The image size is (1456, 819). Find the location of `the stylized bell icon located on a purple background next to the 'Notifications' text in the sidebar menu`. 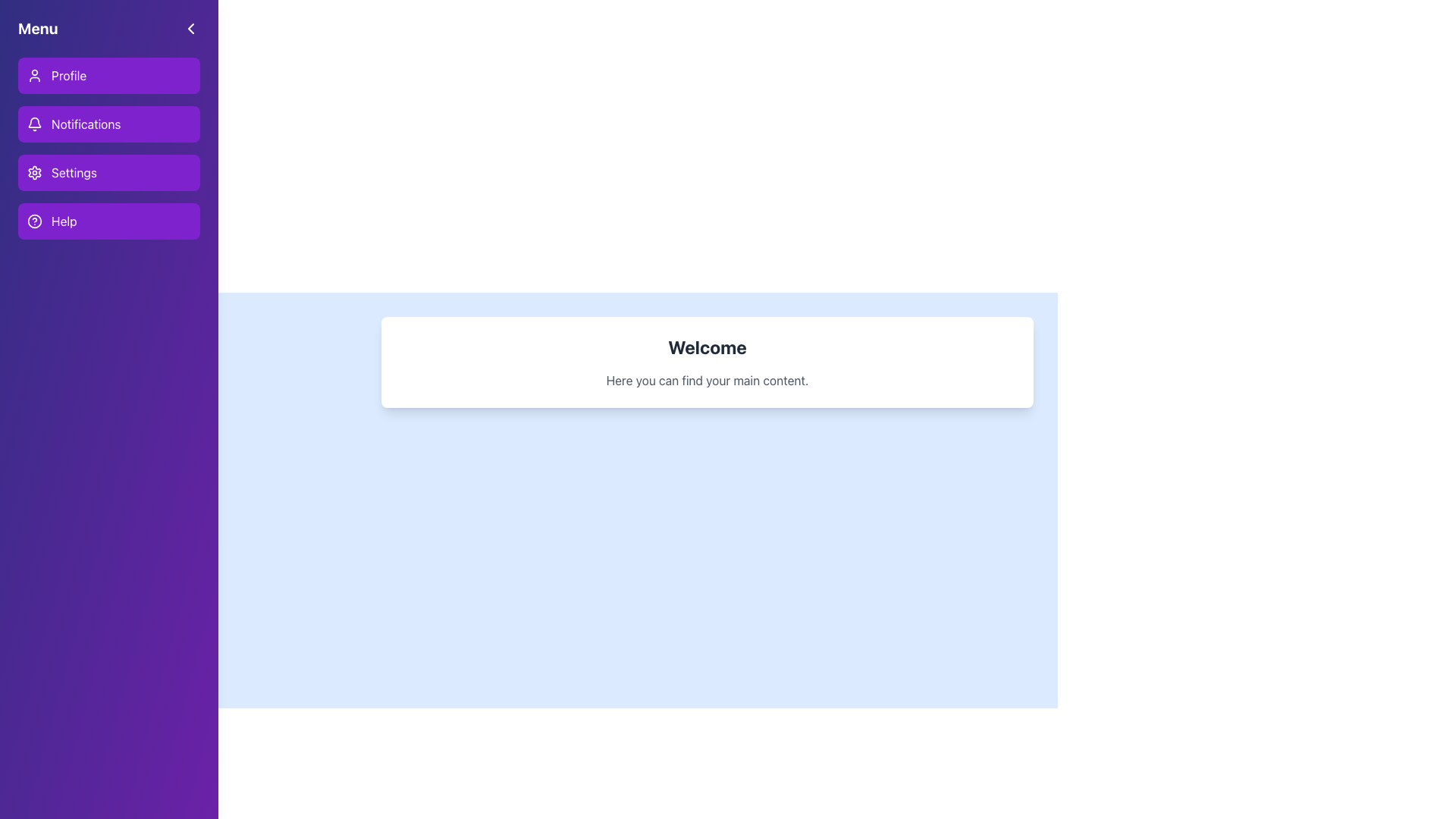

the stylized bell icon located on a purple background next to the 'Notifications' text in the sidebar menu is located at coordinates (35, 124).